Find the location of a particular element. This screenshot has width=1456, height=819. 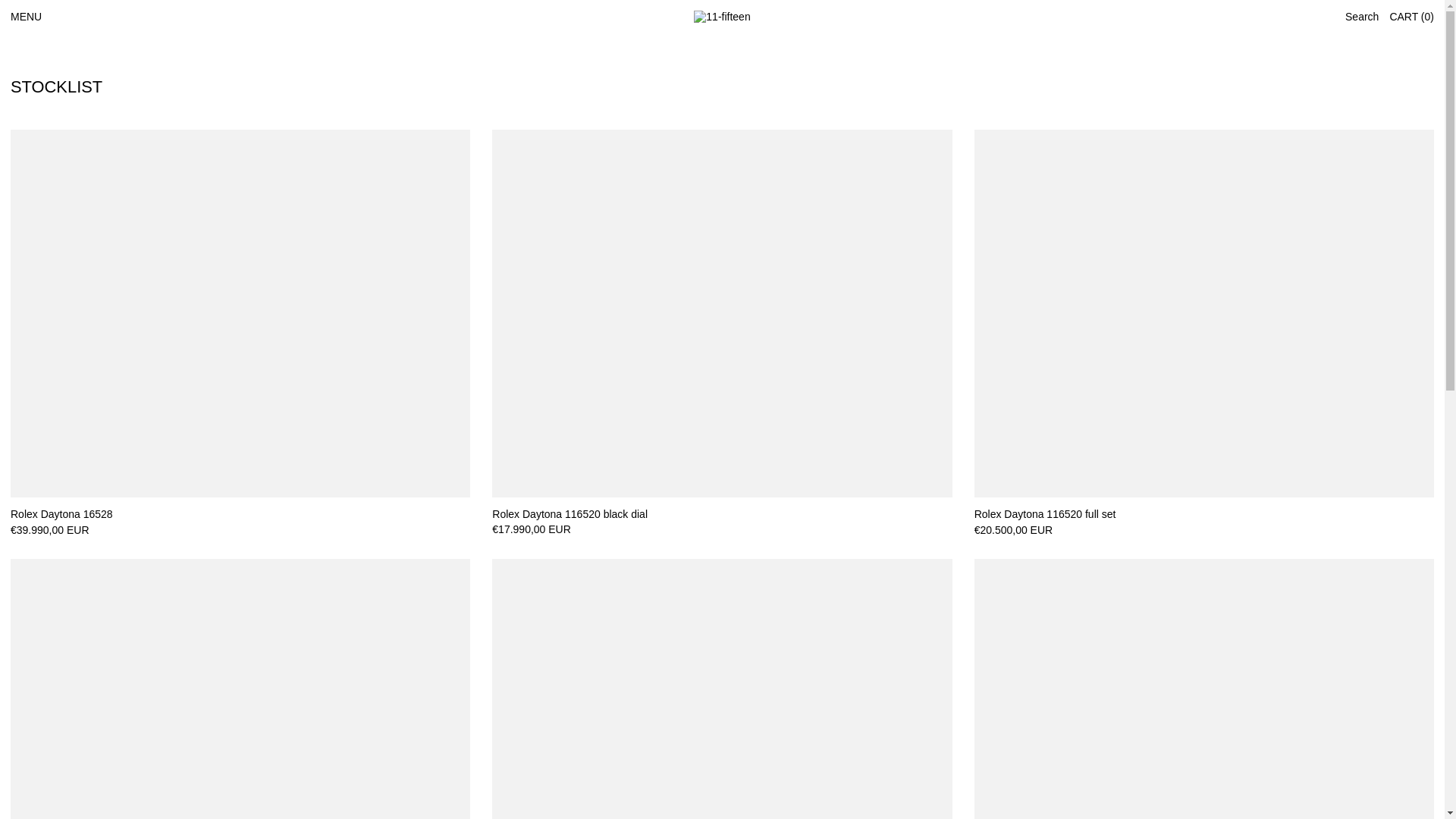

'Search' is located at coordinates (1361, 17).